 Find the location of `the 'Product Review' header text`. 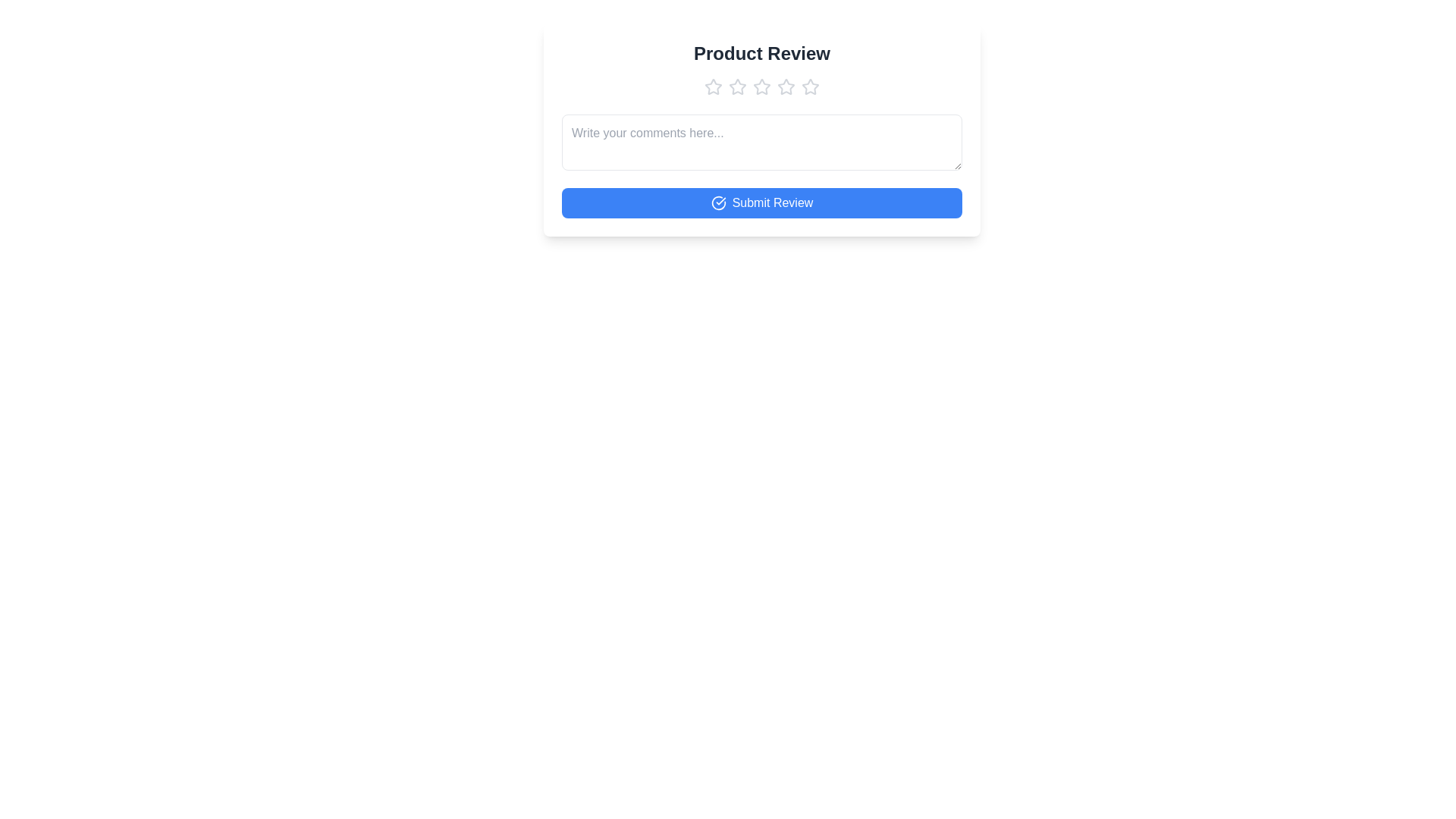

the 'Product Review' header text is located at coordinates (761, 52).